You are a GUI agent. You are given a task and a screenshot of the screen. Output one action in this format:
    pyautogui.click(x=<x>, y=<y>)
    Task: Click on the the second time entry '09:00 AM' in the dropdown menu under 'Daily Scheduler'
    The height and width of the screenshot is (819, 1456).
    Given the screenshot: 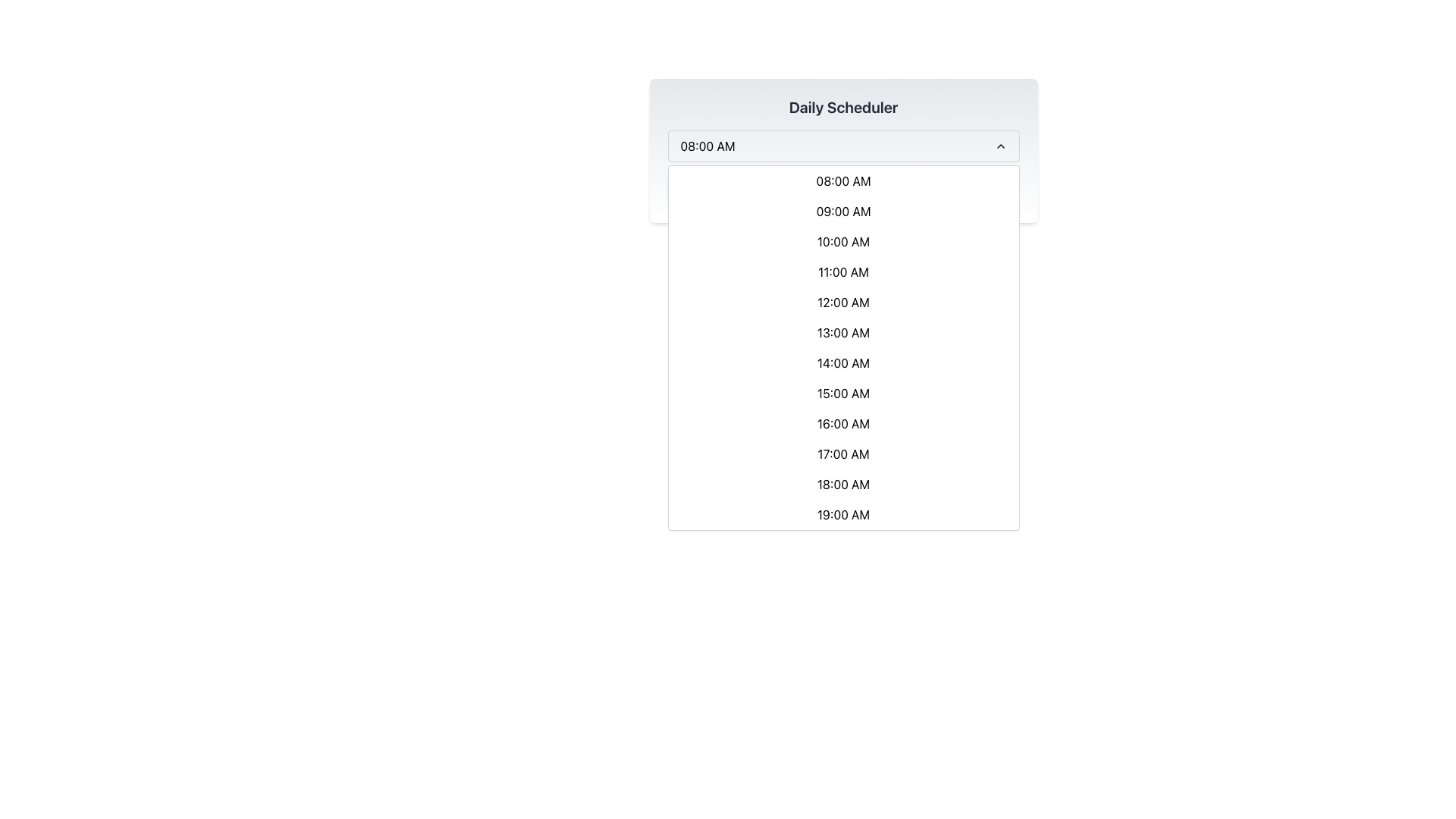 What is the action you would take?
    pyautogui.click(x=843, y=211)
    